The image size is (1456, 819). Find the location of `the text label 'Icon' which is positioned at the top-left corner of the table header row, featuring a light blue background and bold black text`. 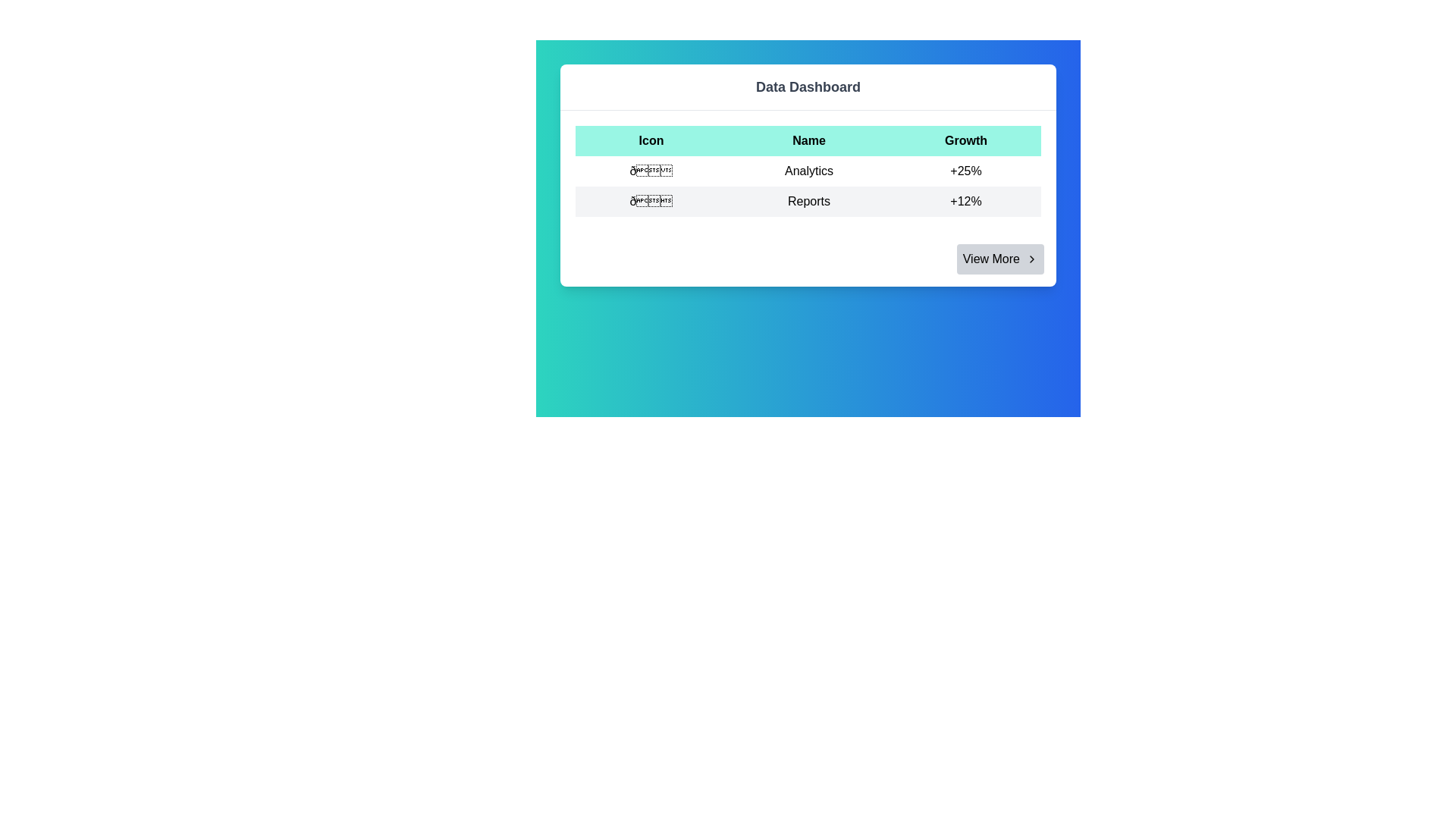

the text label 'Icon' which is positioned at the top-left corner of the table header row, featuring a light blue background and bold black text is located at coordinates (651, 140).